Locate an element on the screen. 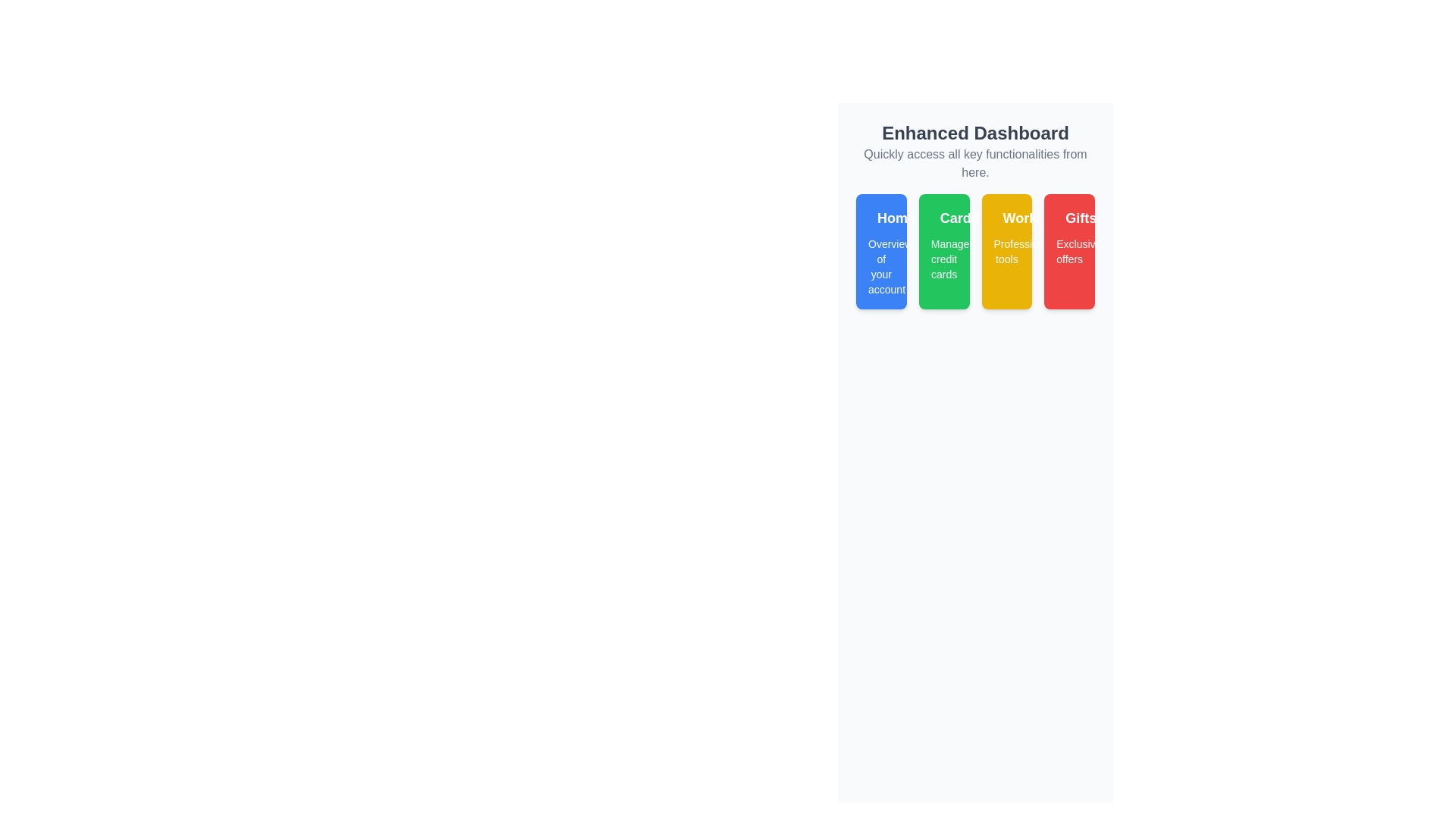 The width and height of the screenshot is (1456, 819). internal elements of the red rectangular card labeled 'Gifts', which is the rightmost card in a row of four cards is located at coordinates (1068, 218).